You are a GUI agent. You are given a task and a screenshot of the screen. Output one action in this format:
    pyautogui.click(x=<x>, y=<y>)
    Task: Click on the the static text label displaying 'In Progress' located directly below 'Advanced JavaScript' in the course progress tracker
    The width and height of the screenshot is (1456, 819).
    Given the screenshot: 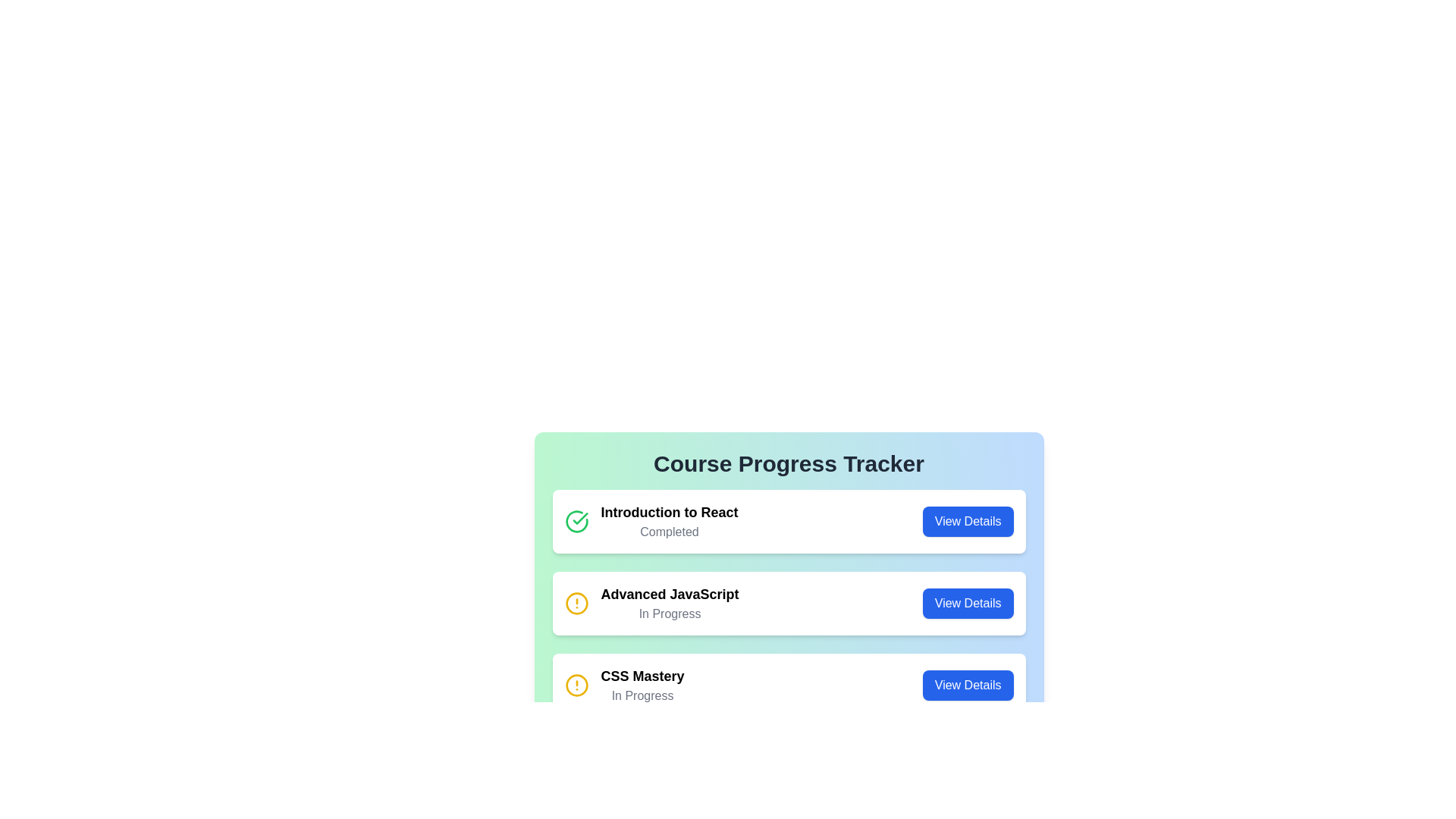 What is the action you would take?
    pyautogui.click(x=669, y=614)
    